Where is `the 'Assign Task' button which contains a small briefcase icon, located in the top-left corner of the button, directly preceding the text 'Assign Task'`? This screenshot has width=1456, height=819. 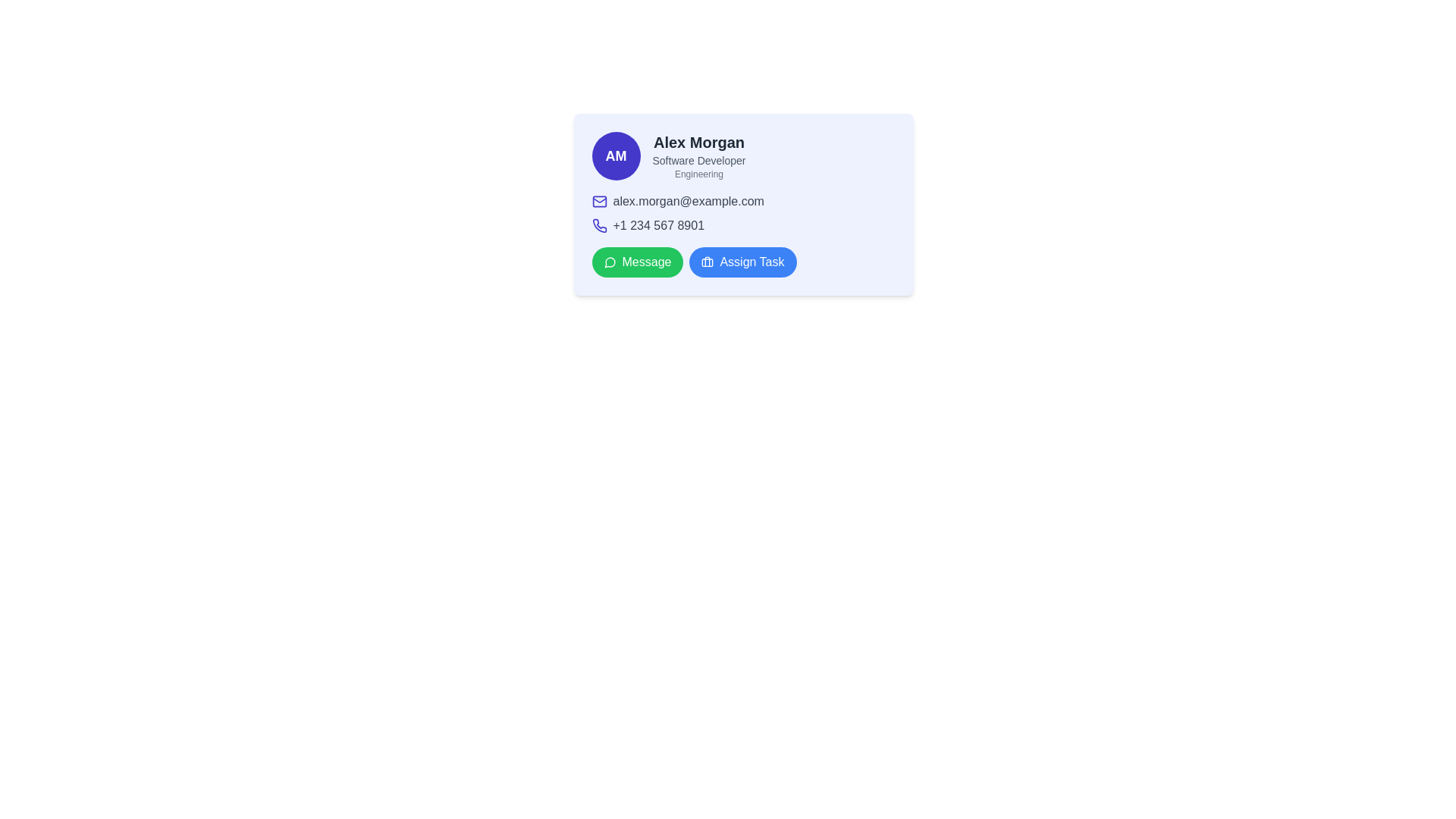 the 'Assign Task' button which contains a small briefcase icon, located in the top-left corner of the button, directly preceding the text 'Assign Task' is located at coordinates (707, 262).